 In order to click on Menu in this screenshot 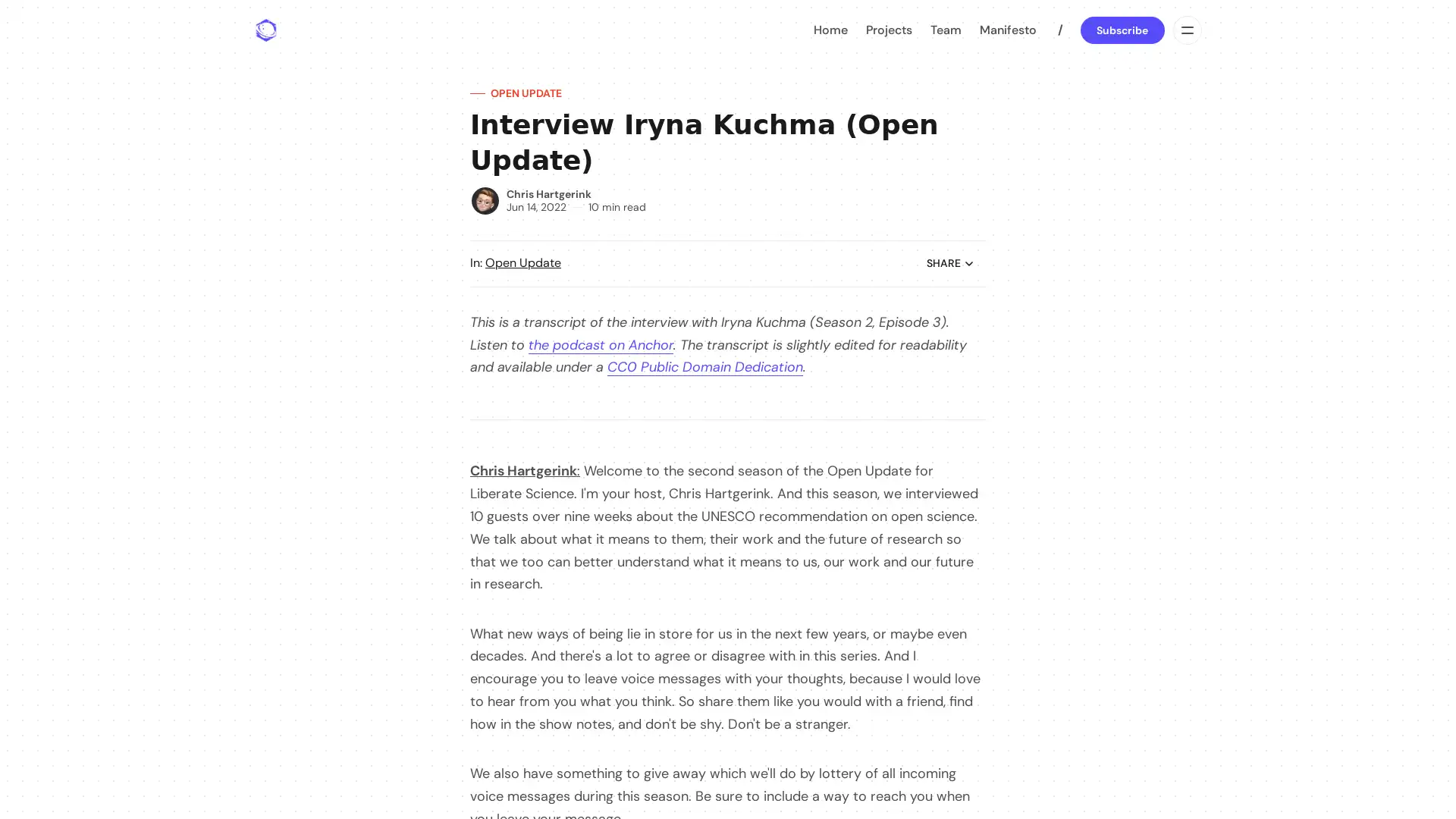, I will do `click(1185, 30)`.